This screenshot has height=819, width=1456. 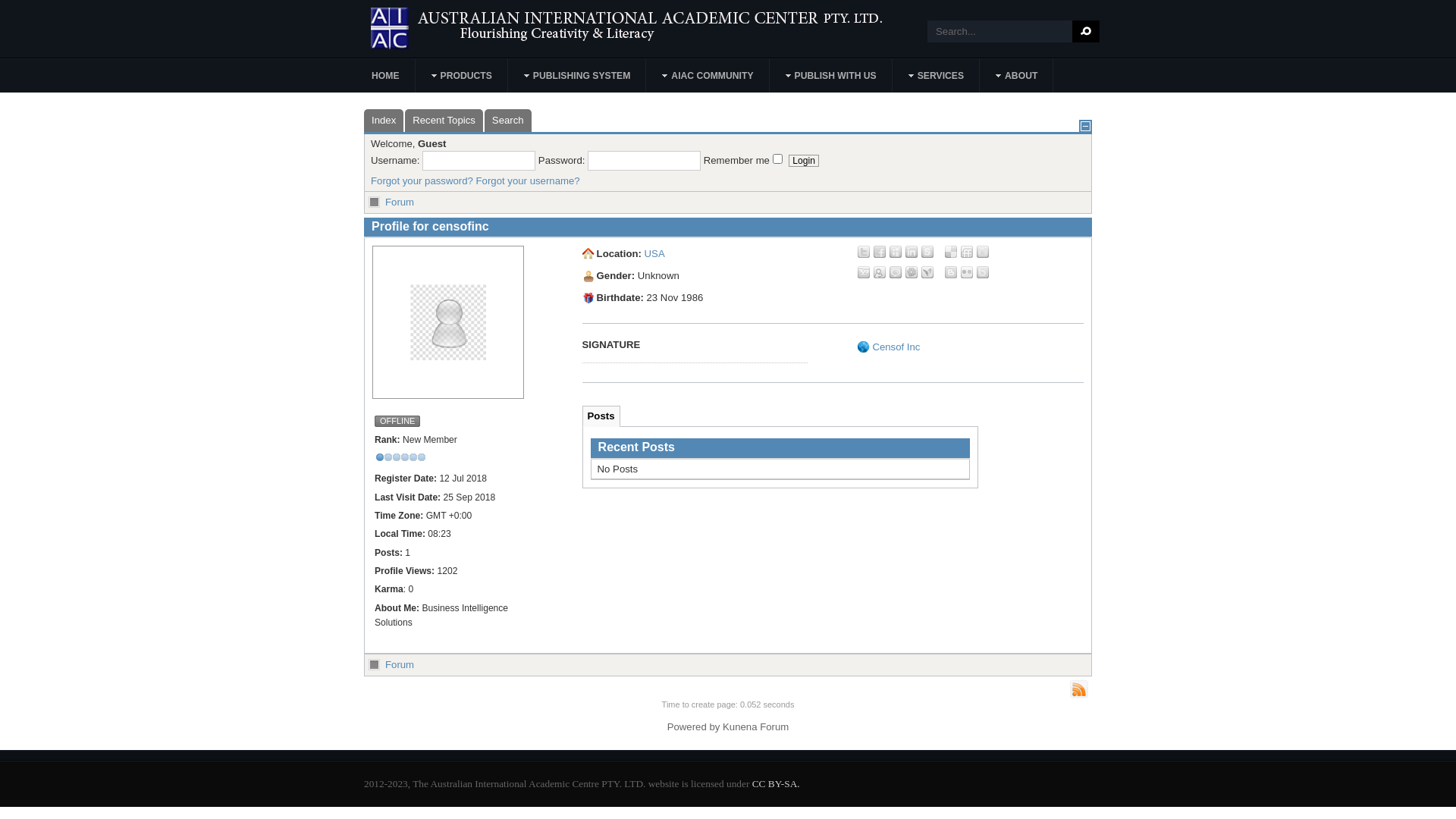 What do you see at coordinates (803, 161) in the screenshot?
I see `'Login'` at bounding box center [803, 161].